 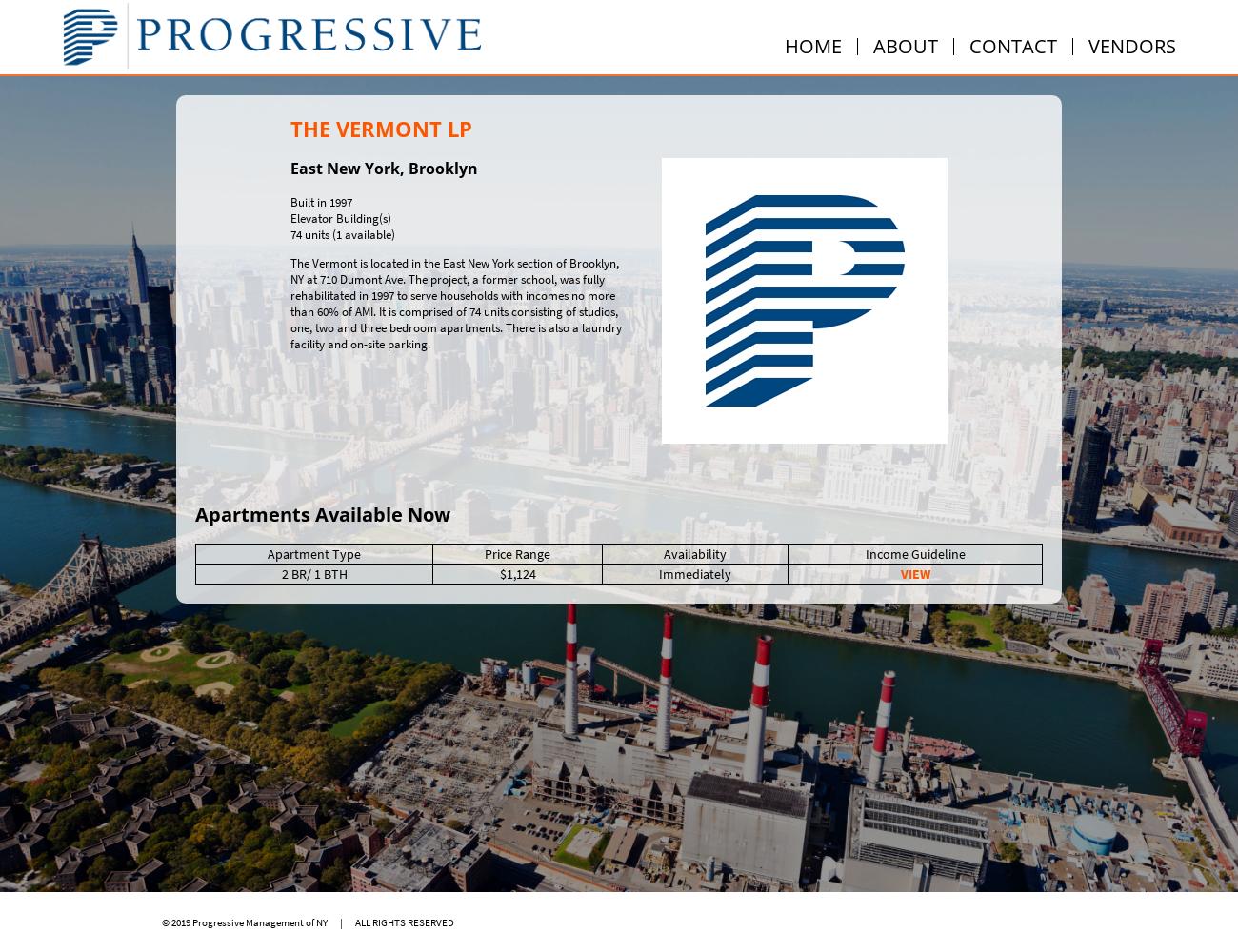 What do you see at coordinates (899, 573) in the screenshot?
I see `'VIEW'` at bounding box center [899, 573].